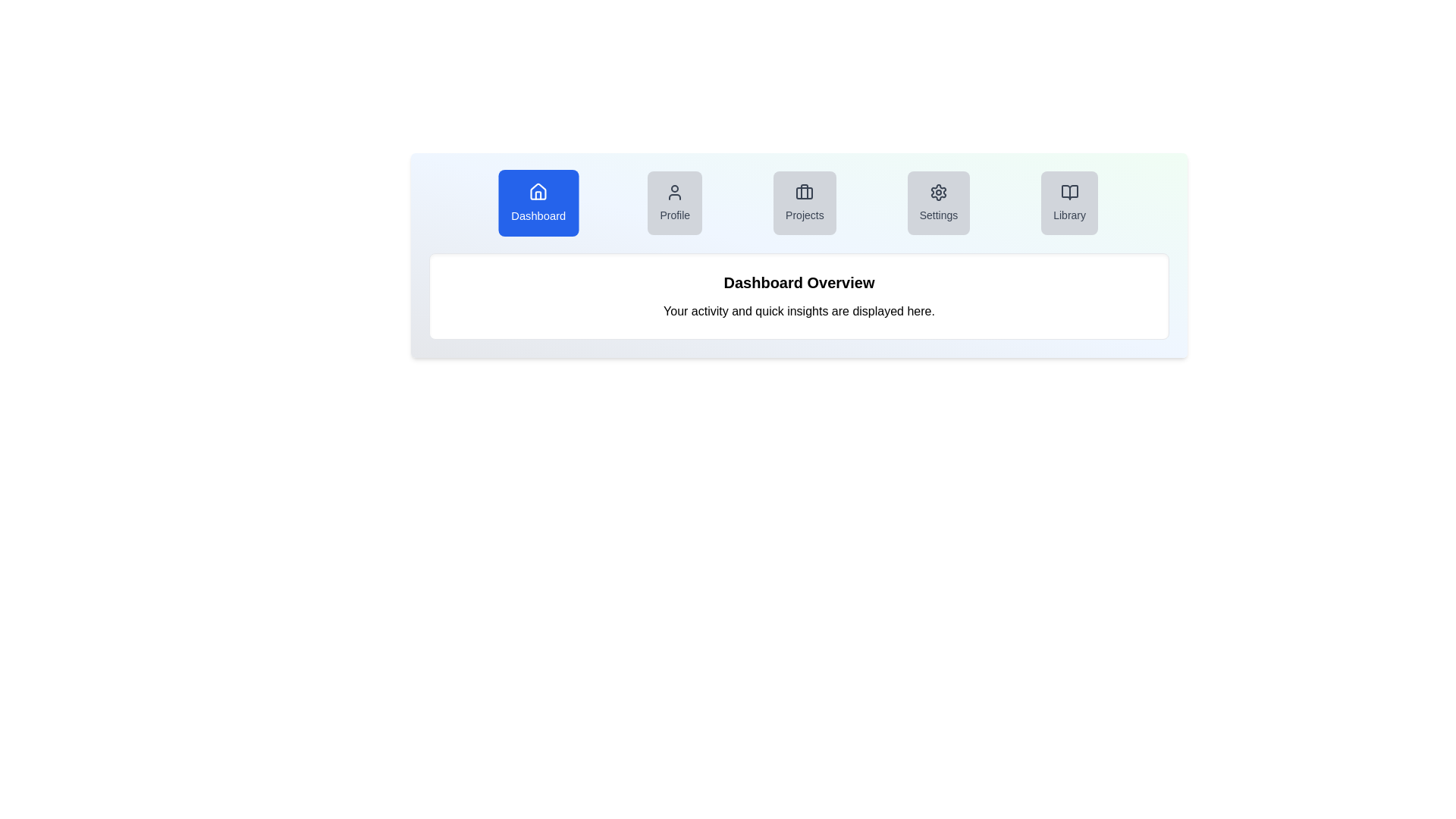  What do you see at coordinates (938, 192) in the screenshot?
I see `the gear icon within the 'Settings' button` at bounding box center [938, 192].